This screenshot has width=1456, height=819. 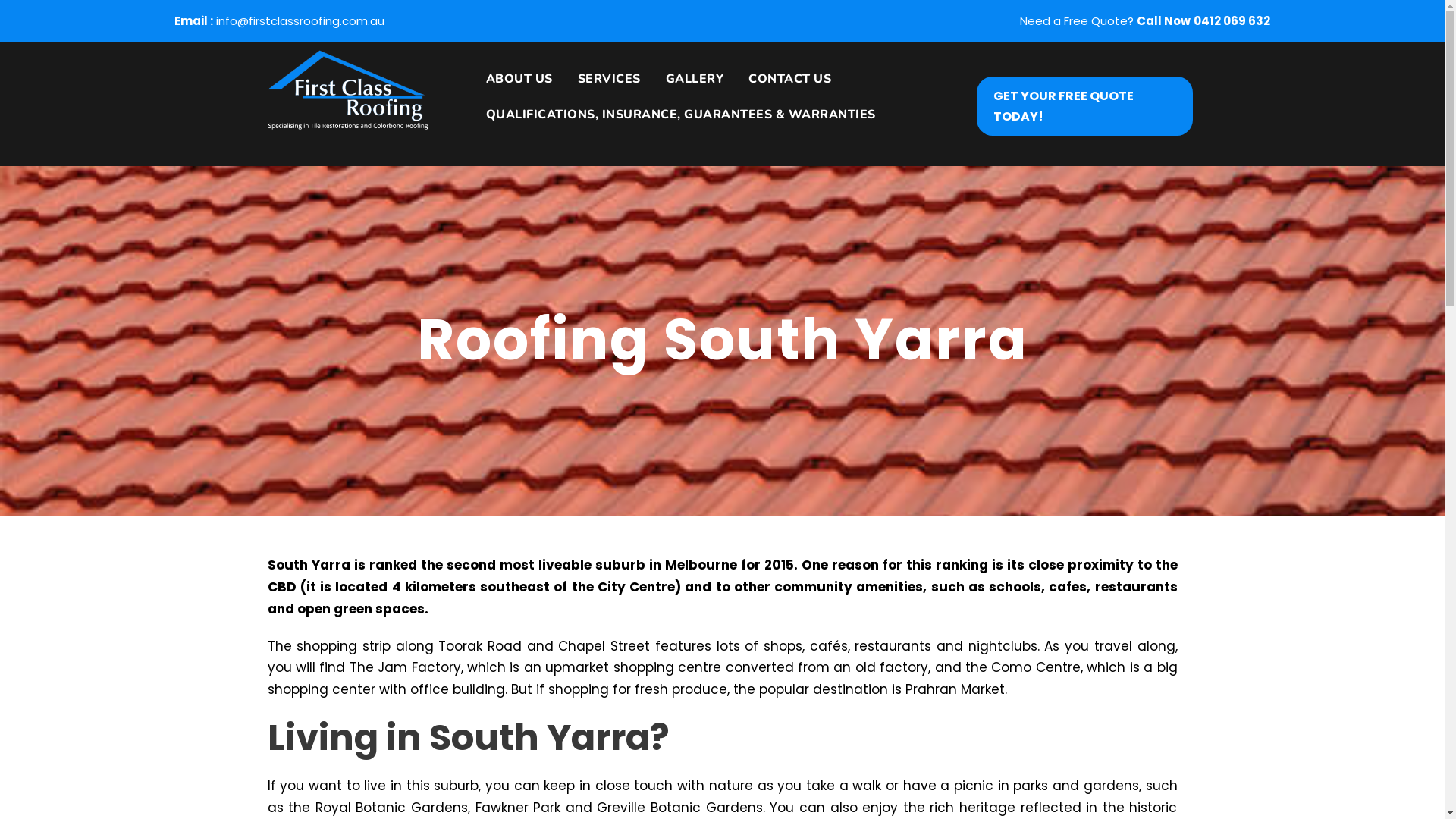 What do you see at coordinates (1084, 104) in the screenshot?
I see `'GET YOUR FREE QUOTE TODAY!'` at bounding box center [1084, 104].